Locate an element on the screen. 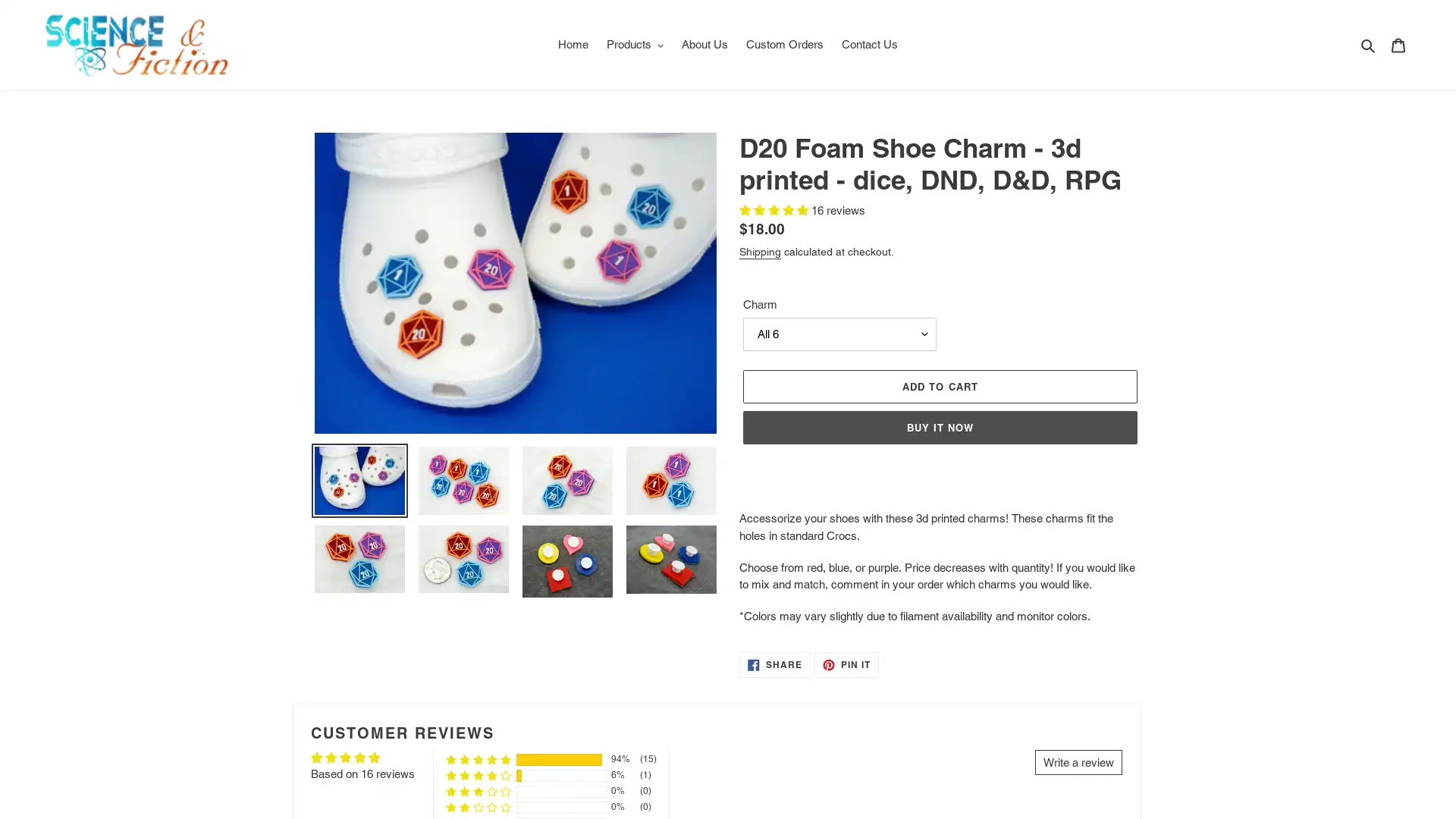  0% (0) reviews with 3 star rating is located at coordinates (477, 790).